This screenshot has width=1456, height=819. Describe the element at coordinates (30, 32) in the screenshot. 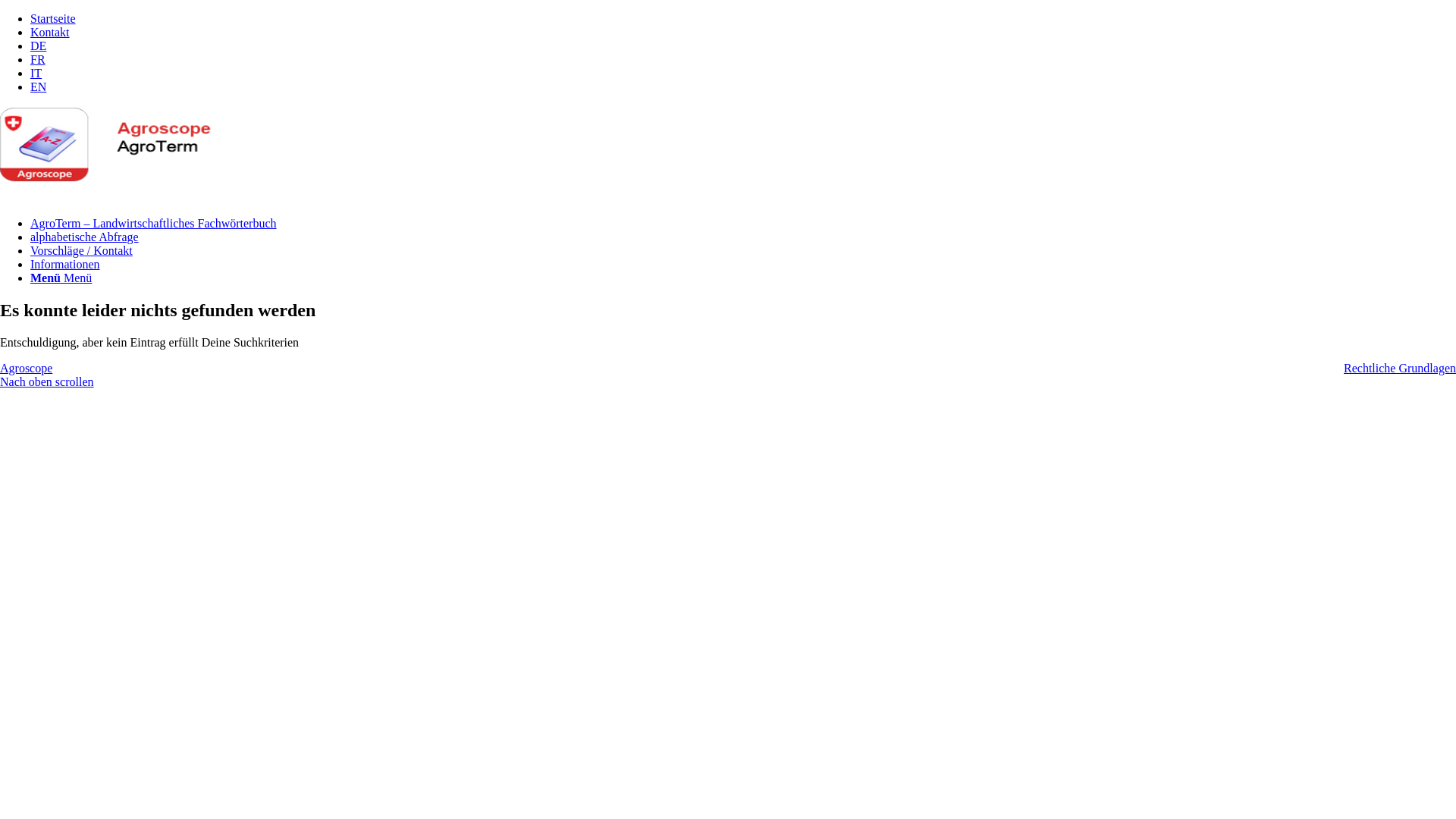

I see `'Kontakt'` at that location.